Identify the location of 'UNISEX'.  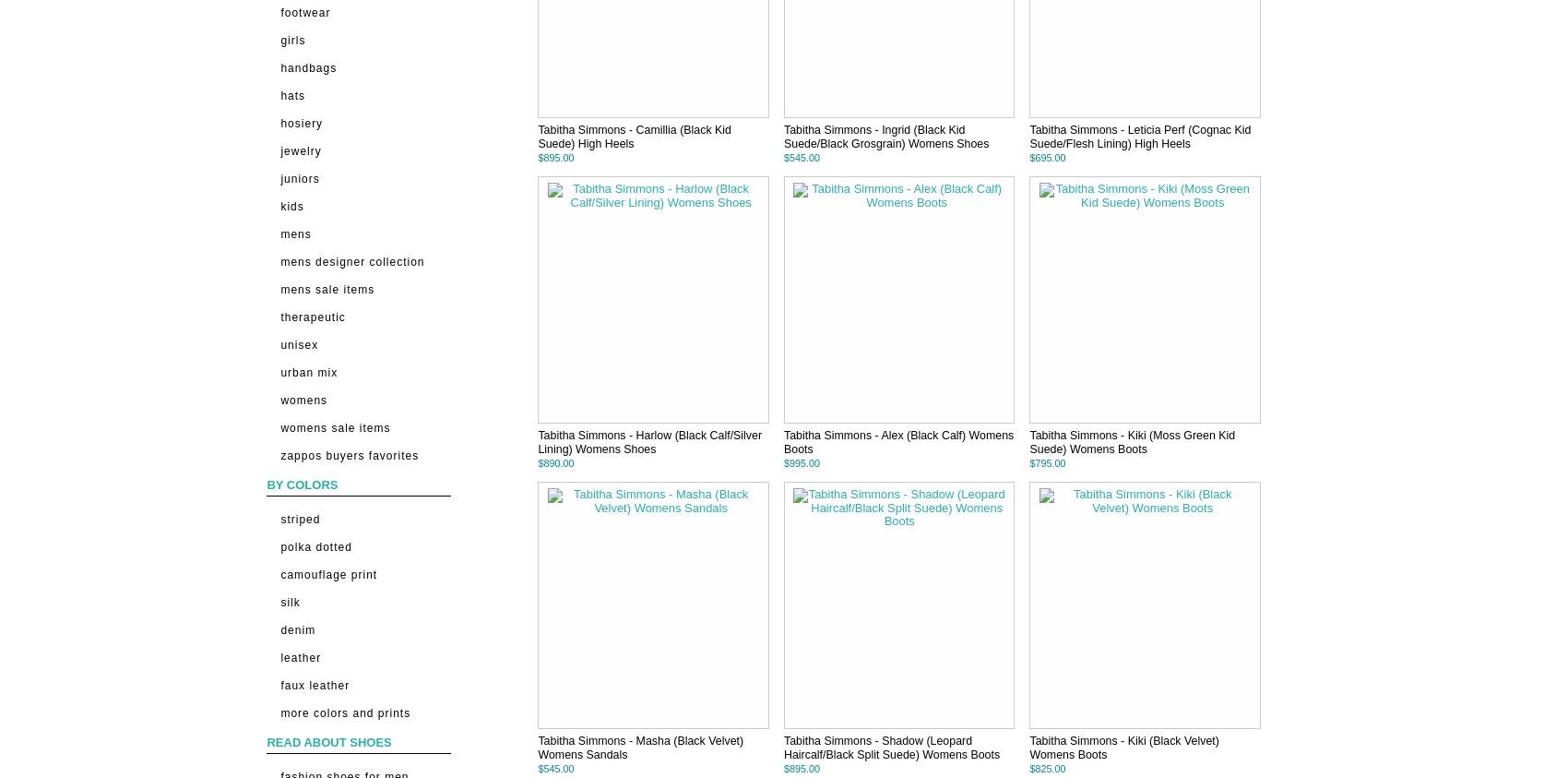
(279, 343).